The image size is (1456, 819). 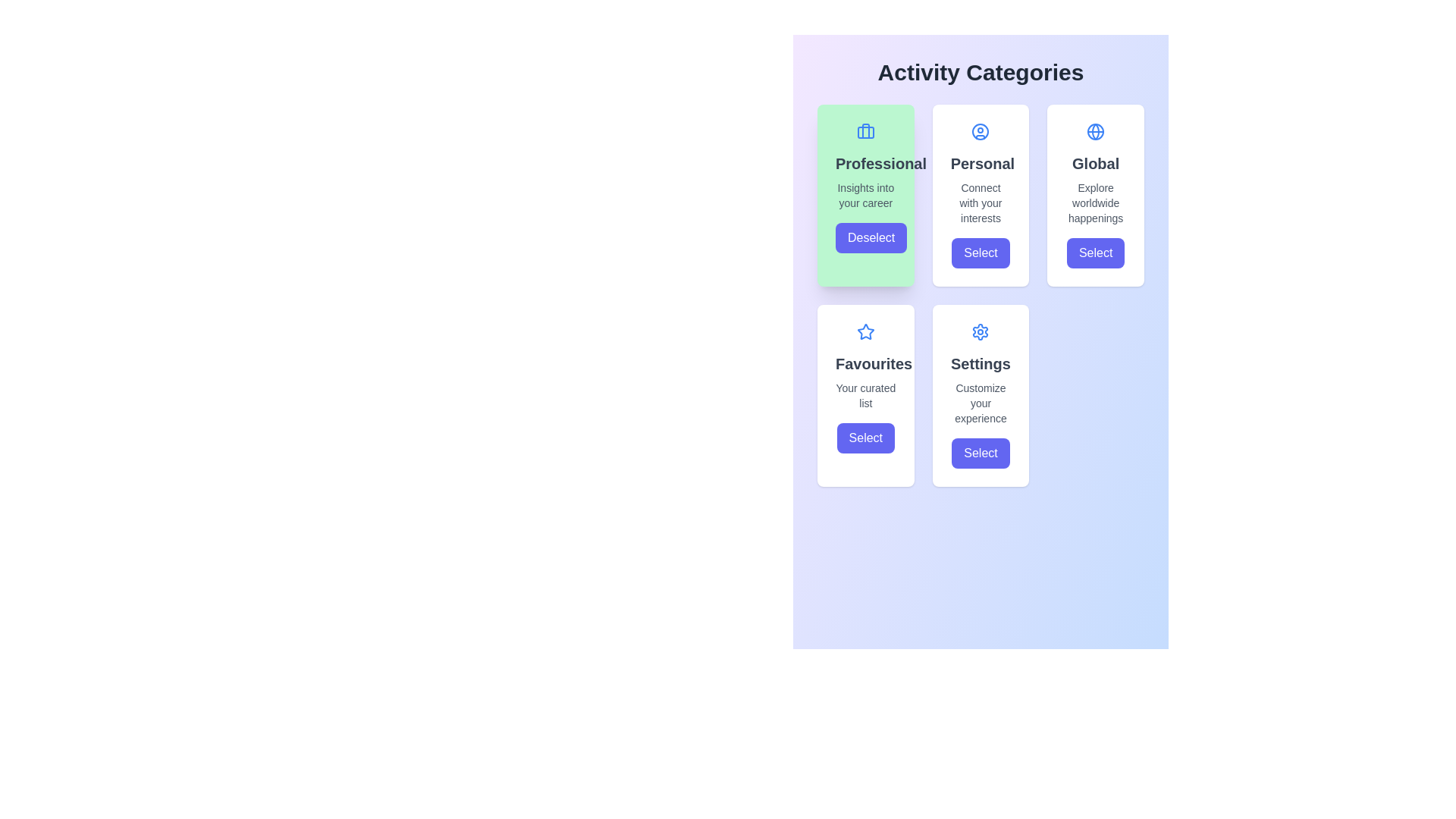 I want to click on the decorative icon representing the 'Settings' category, located in the bottom-right section of the grid of activity categories, so click(x=981, y=331).